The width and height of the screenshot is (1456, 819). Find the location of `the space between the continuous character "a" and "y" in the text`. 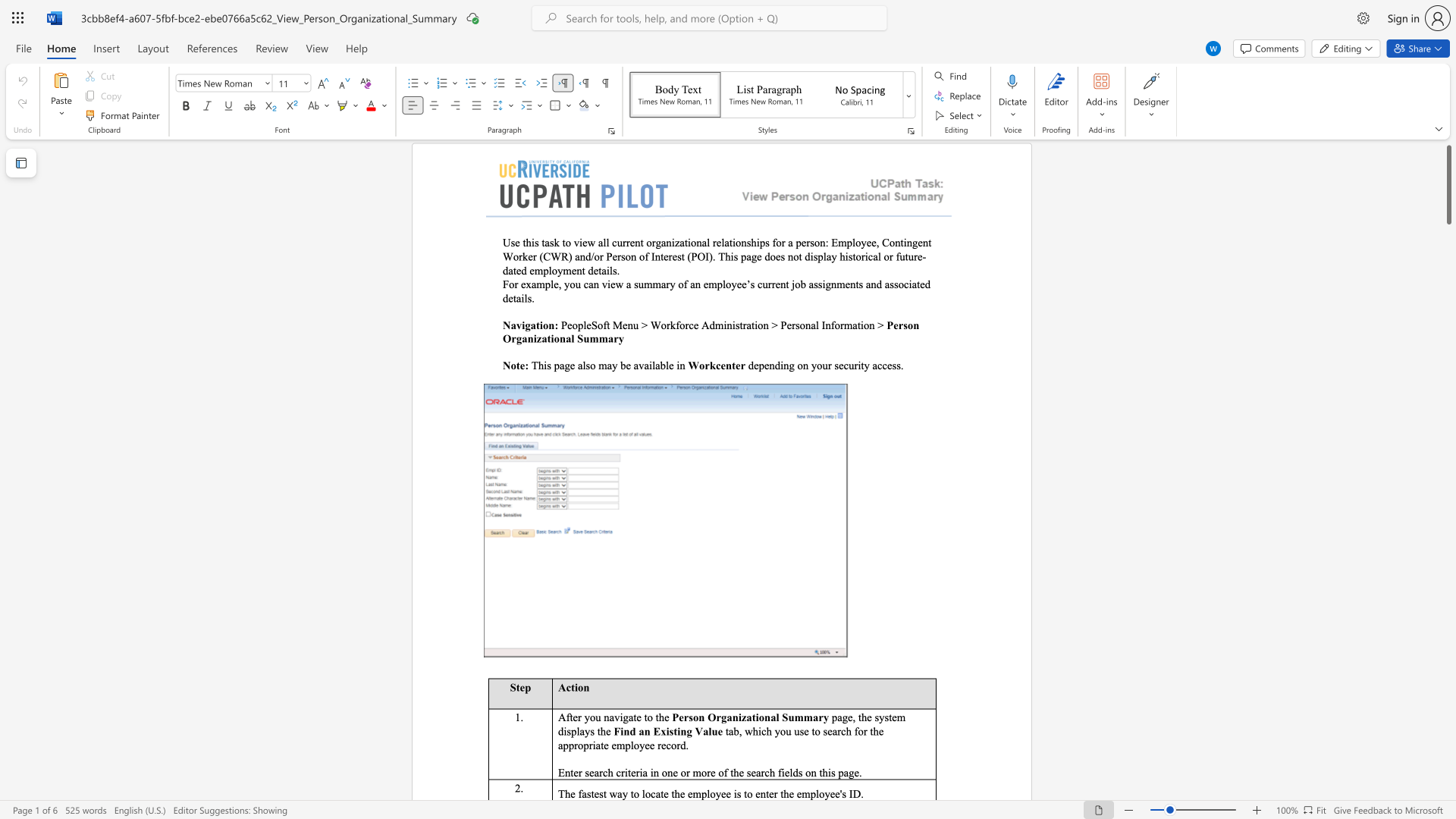

the space between the continuous character "a" and "y" in the text is located at coordinates (622, 792).